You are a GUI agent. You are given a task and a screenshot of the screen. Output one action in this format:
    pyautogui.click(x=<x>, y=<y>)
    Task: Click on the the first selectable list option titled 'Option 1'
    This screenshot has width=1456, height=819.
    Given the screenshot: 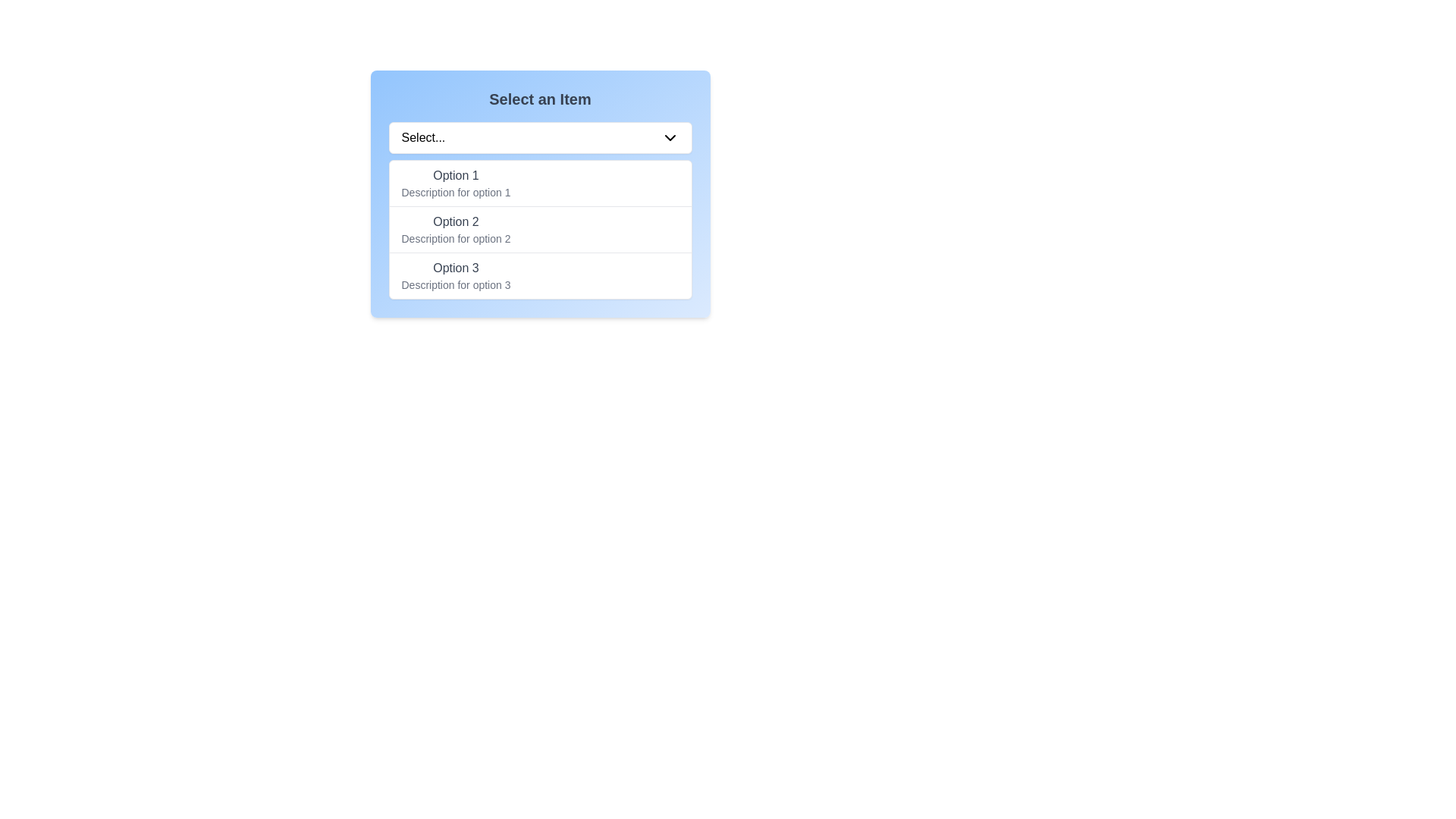 What is the action you would take?
    pyautogui.click(x=540, y=183)
    